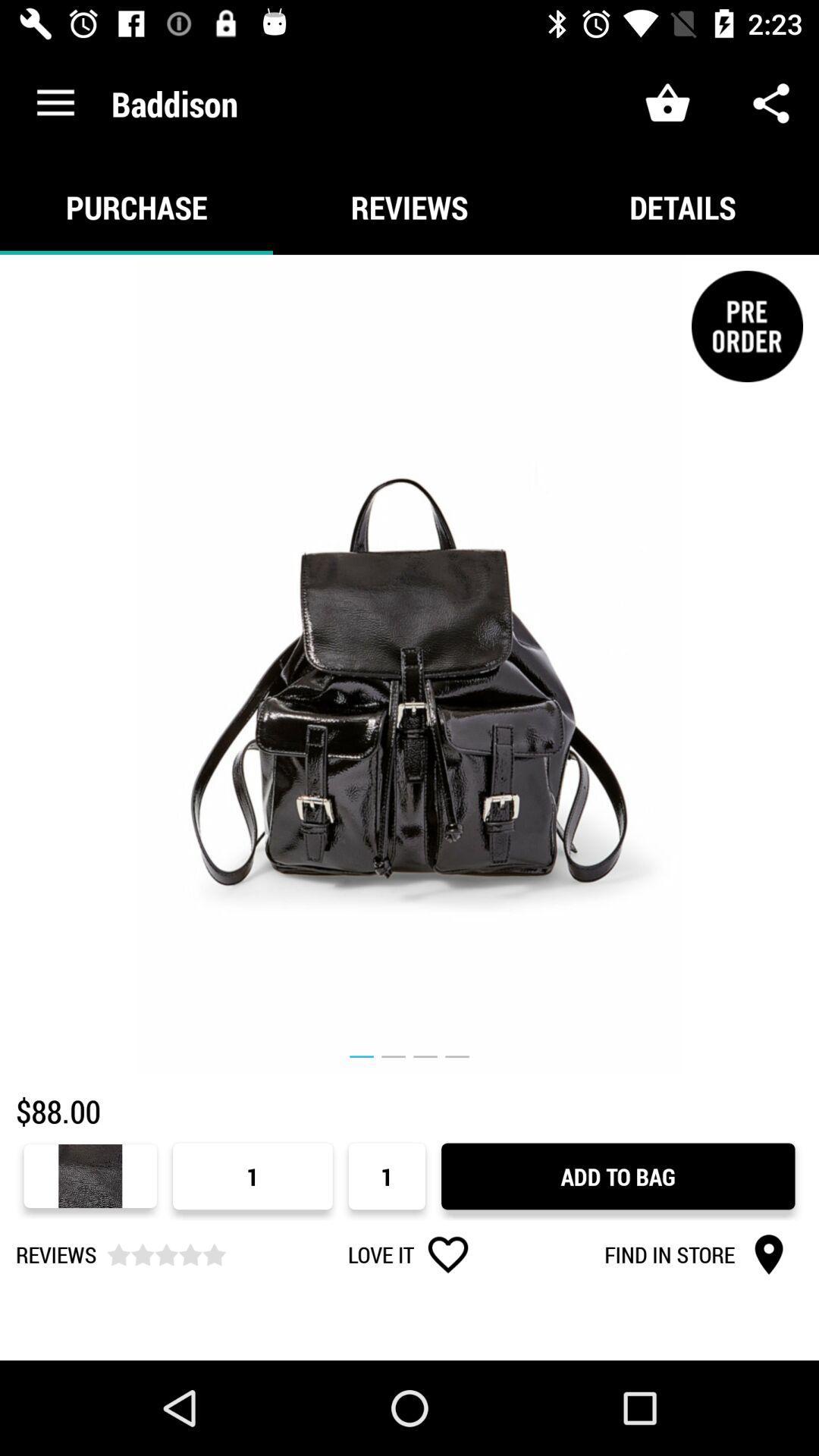  I want to click on icon next to baddison item, so click(55, 102).